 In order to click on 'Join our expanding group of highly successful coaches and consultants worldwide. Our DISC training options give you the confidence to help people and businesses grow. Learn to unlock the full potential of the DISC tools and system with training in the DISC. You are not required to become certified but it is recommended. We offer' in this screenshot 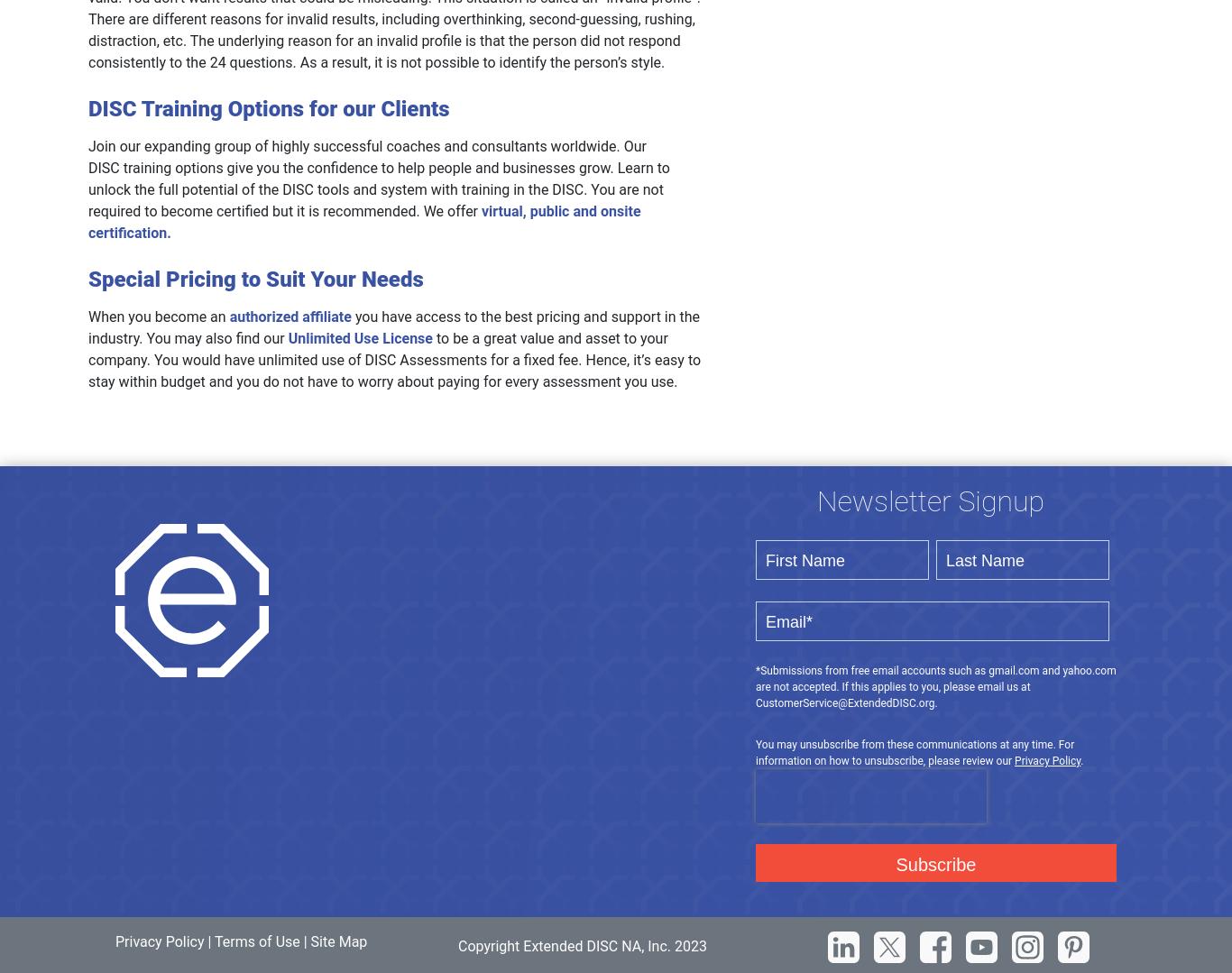, I will do `click(378, 179)`.